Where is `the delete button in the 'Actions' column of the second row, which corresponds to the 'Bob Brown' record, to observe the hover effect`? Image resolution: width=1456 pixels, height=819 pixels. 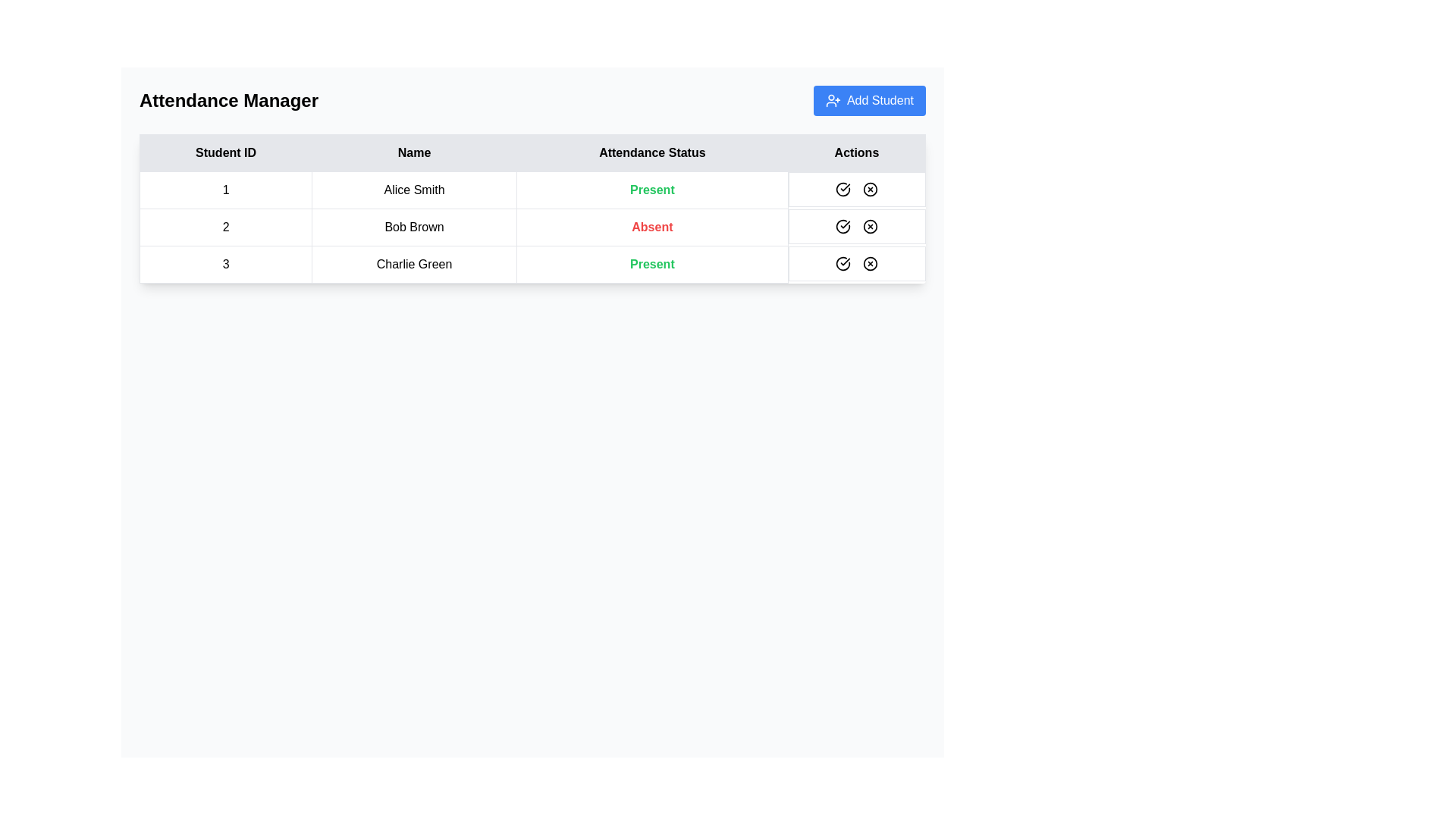 the delete button in the 'Actions' column of the second row, which corresponds to the 'Bob Brown' record, to observe the hover effect is located at coordinates (871, 226).